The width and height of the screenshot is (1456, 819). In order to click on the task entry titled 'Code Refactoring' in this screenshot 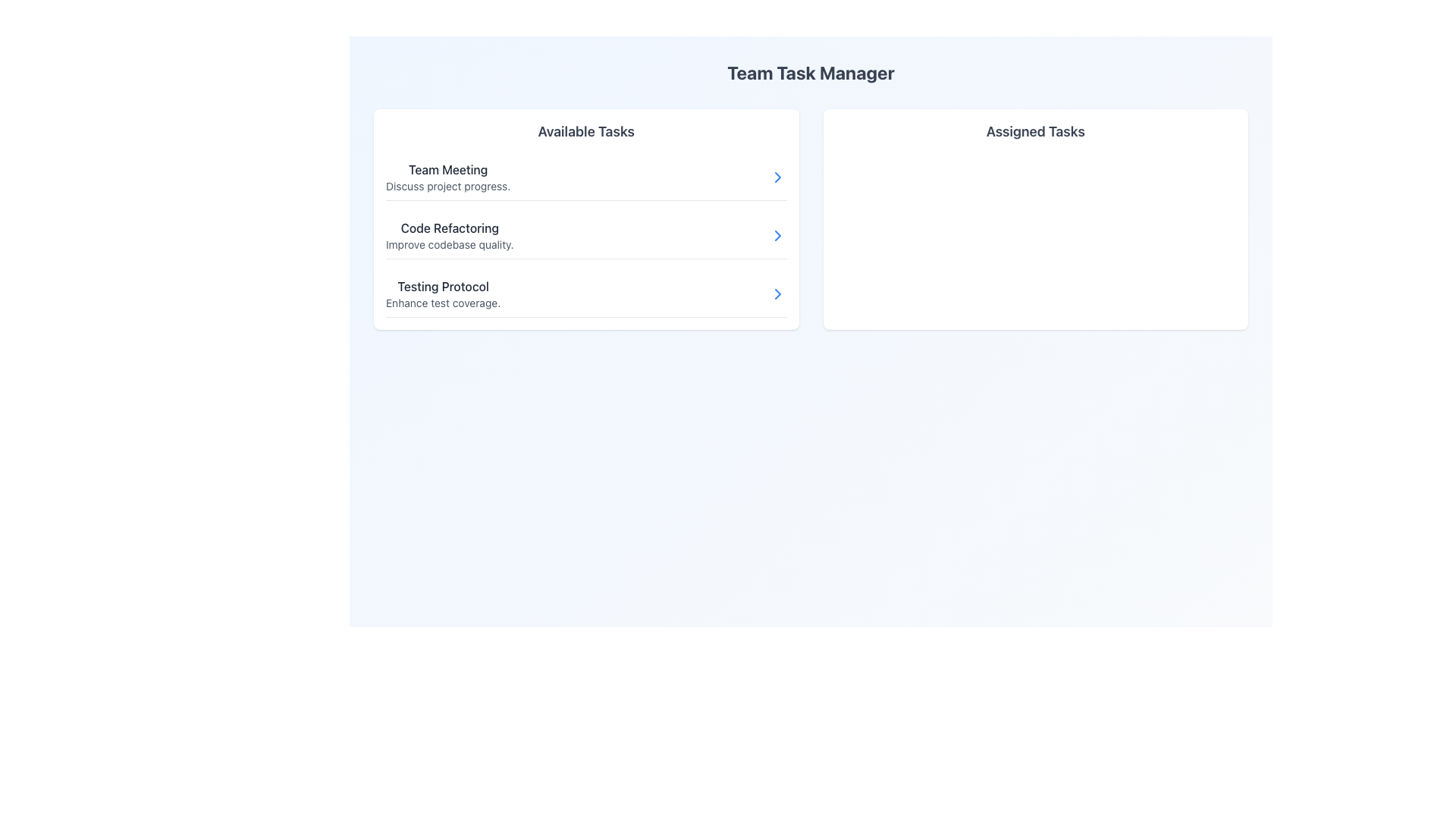, I will do `click(585, 236)`.